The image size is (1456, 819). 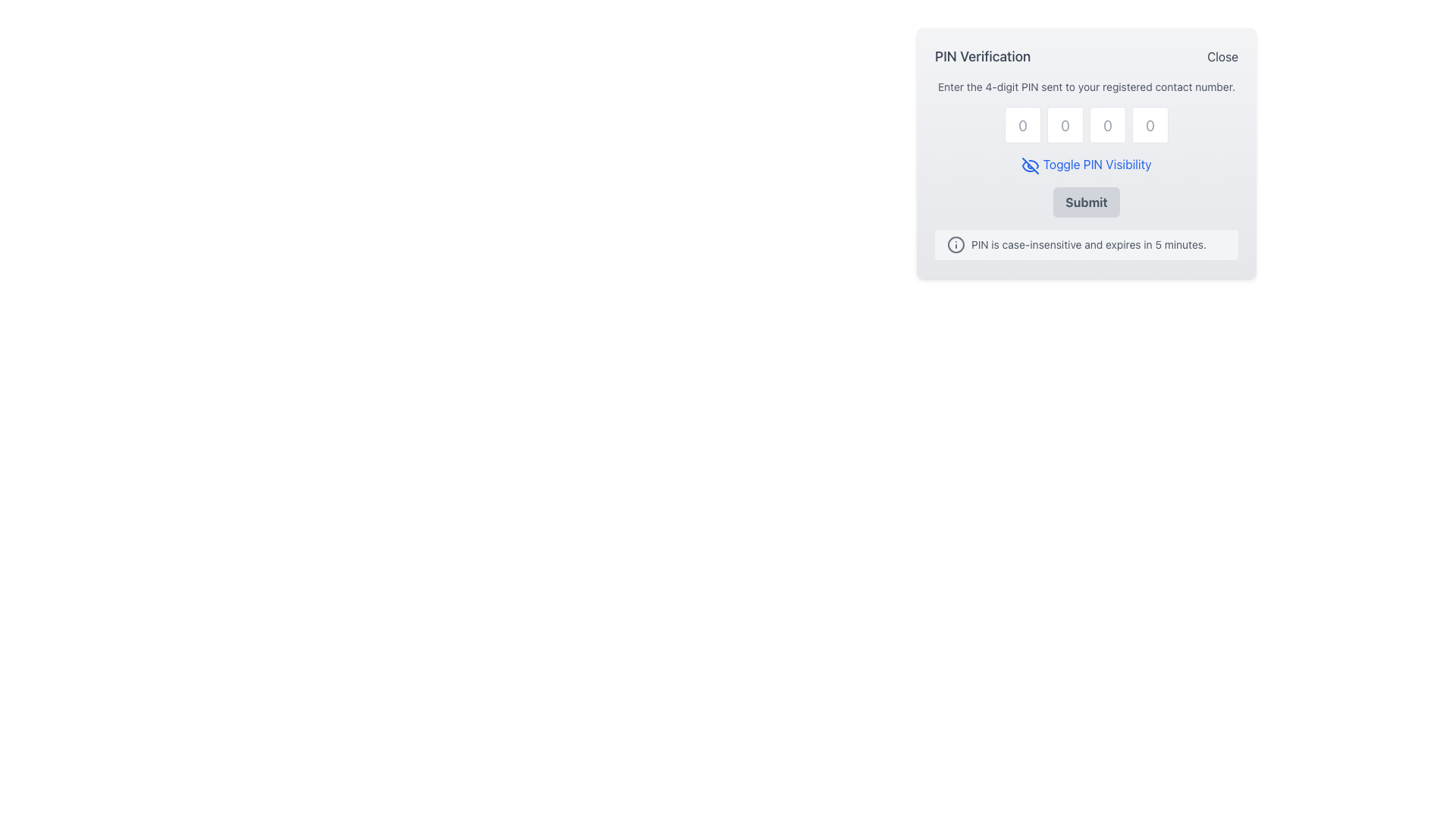 What do you see at coordinates (1065, 124) in the screenshot?
I see `the second text input field of the 4-digit PIN input mechanism to focus on it` at bounding box center [1065, 124].